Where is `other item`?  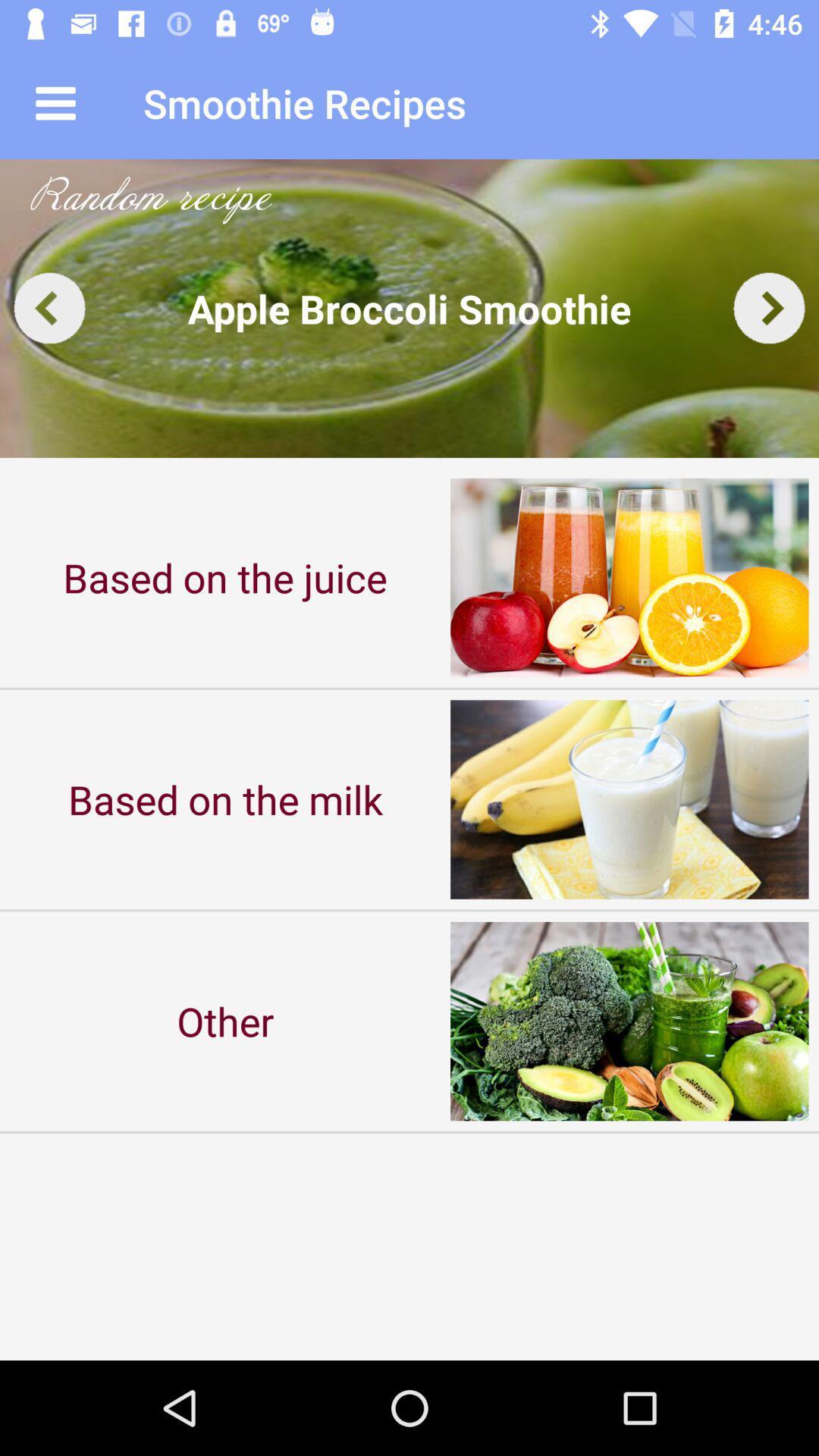
other item is located at coordinates (225, 1021).